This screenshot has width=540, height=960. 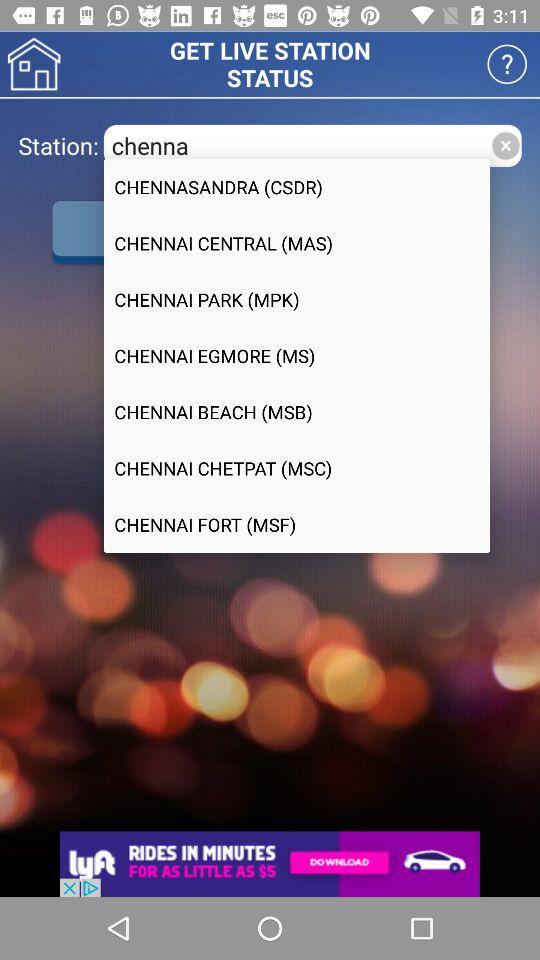 I want to click on the help icon, so click(x=507, y=64).